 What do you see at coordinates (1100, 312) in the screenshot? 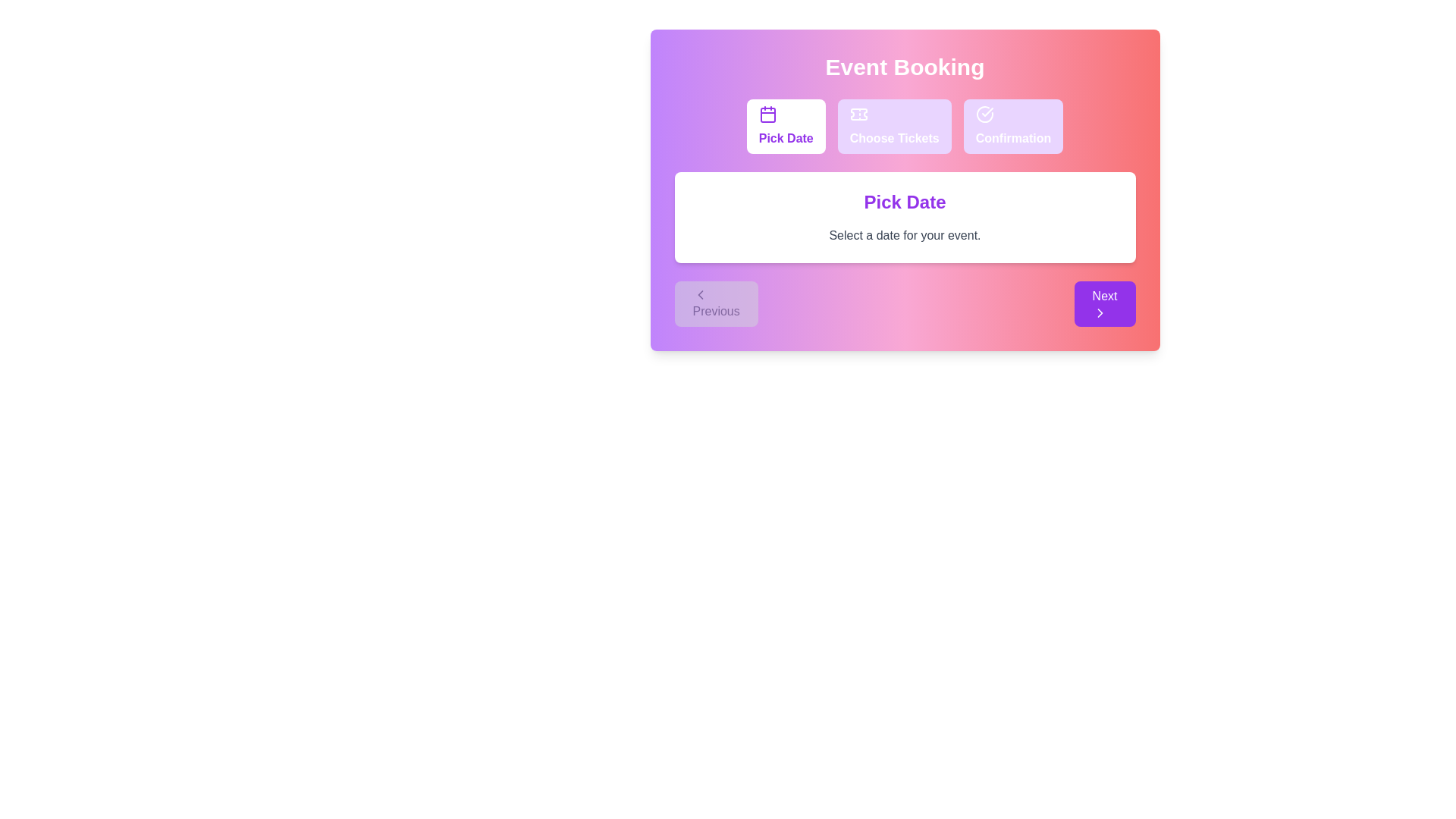
I see `the right-pointing chevron icon within the 'Next' button located at the bottom-right corner of the interface` at bounding box center [1100, 312].